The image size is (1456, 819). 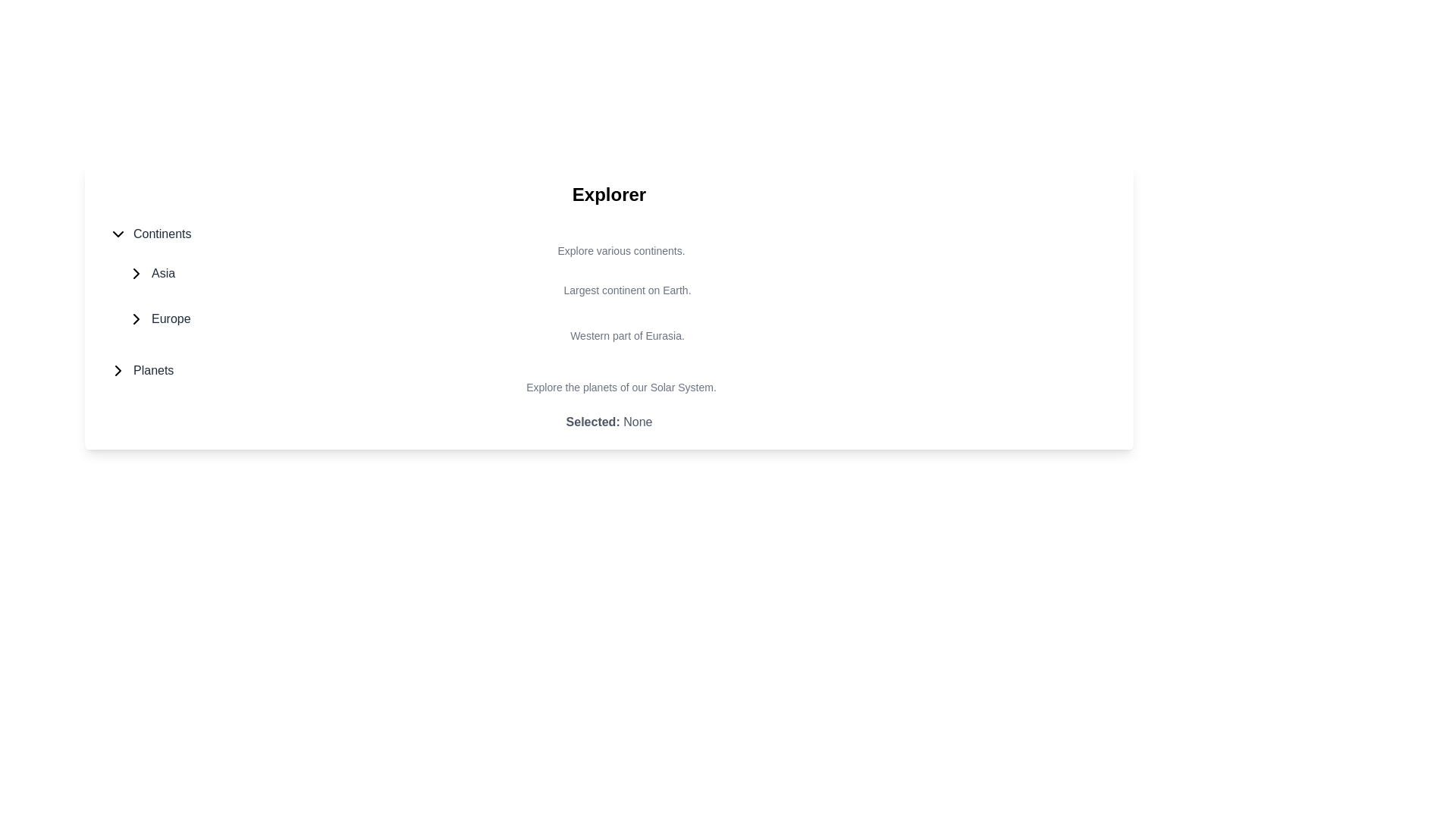 I want to click on the text label reading 'Asia' in the vertical navigation menu under 'Continents', so click(x=163, y=274).